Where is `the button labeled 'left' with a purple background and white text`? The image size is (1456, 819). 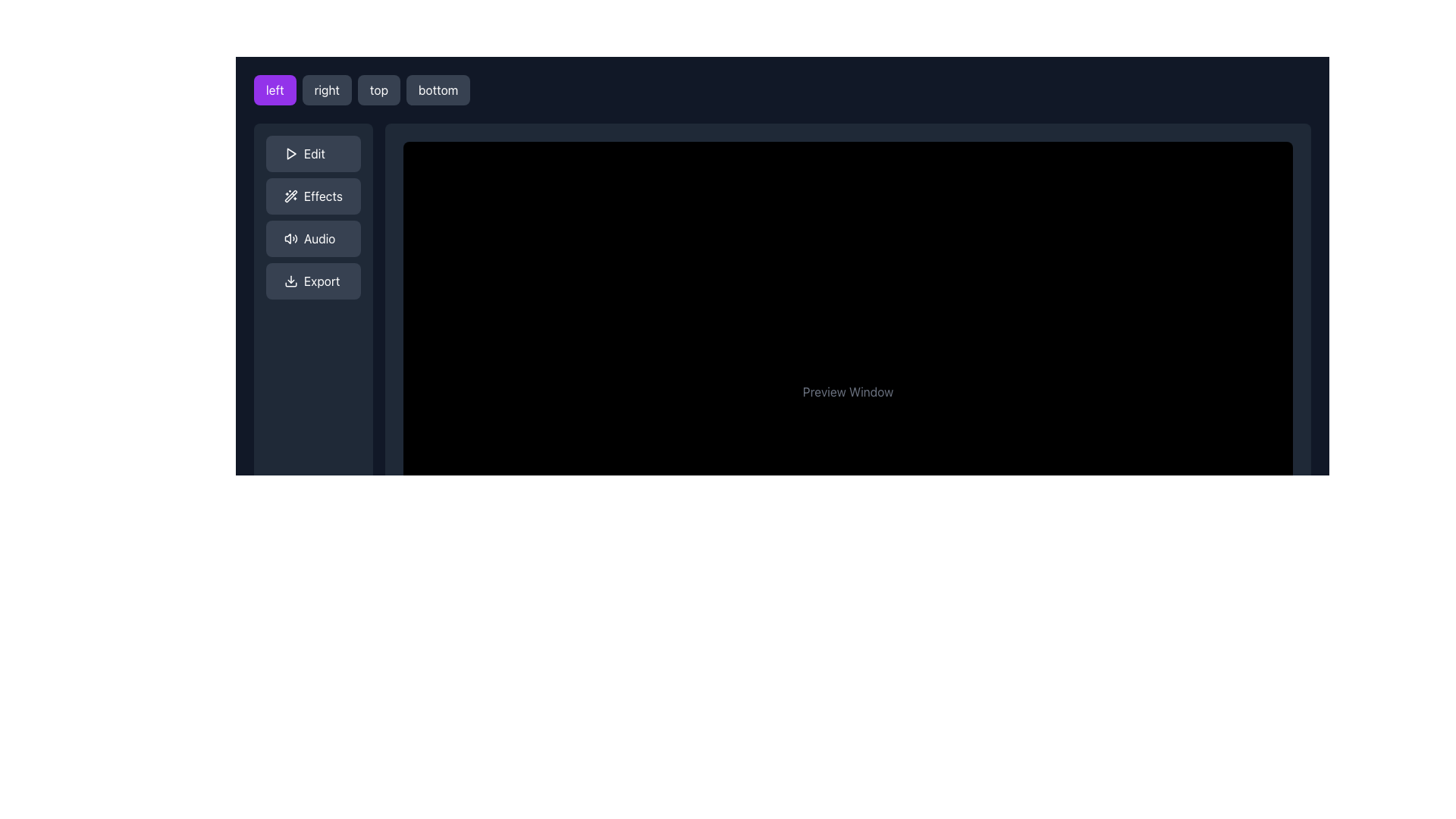
the button labeled 'left' with a purple background and white text is located at coordinates (275, 90).